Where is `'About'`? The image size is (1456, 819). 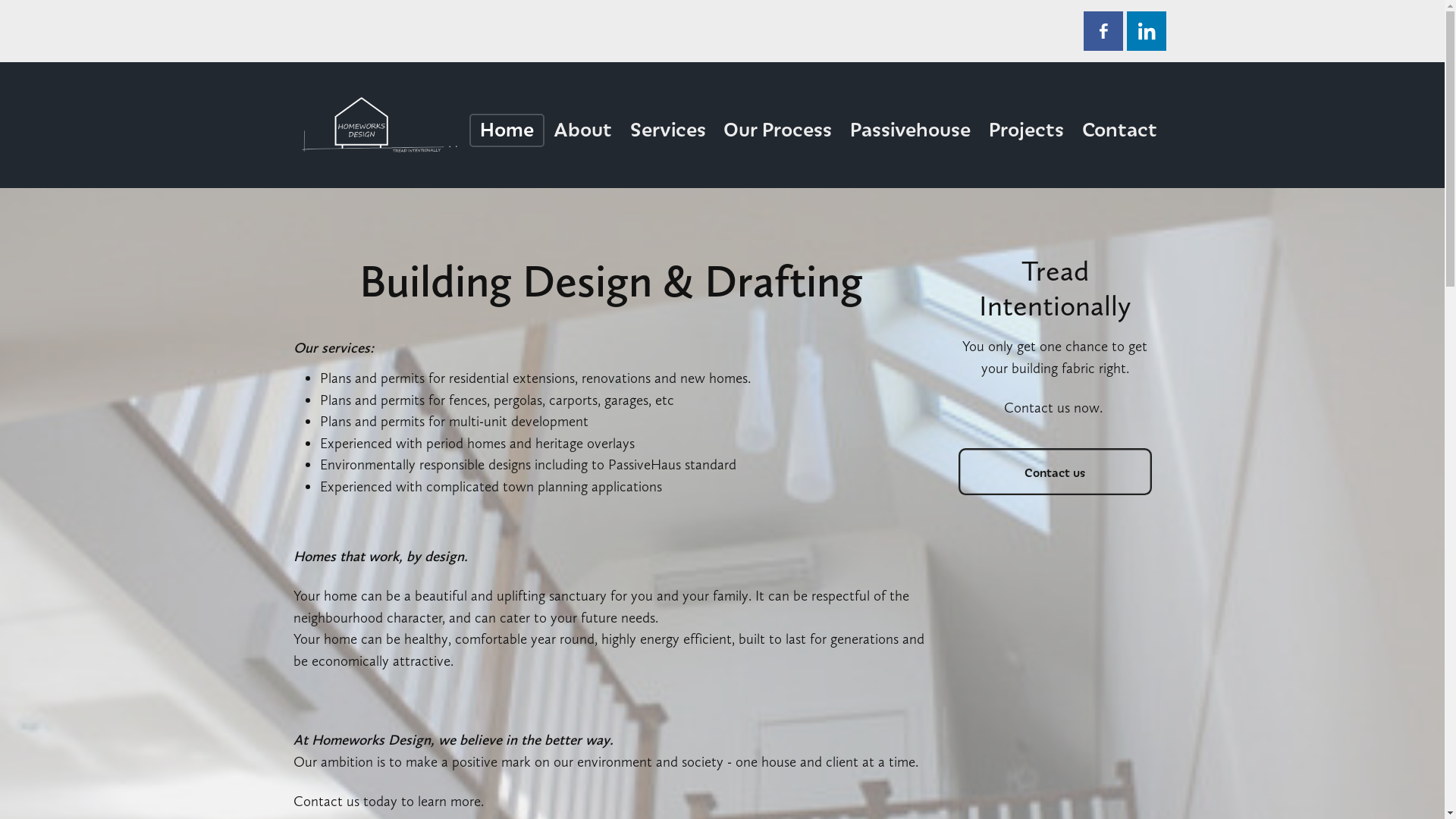 'About' is located at coordinates (582, 130).